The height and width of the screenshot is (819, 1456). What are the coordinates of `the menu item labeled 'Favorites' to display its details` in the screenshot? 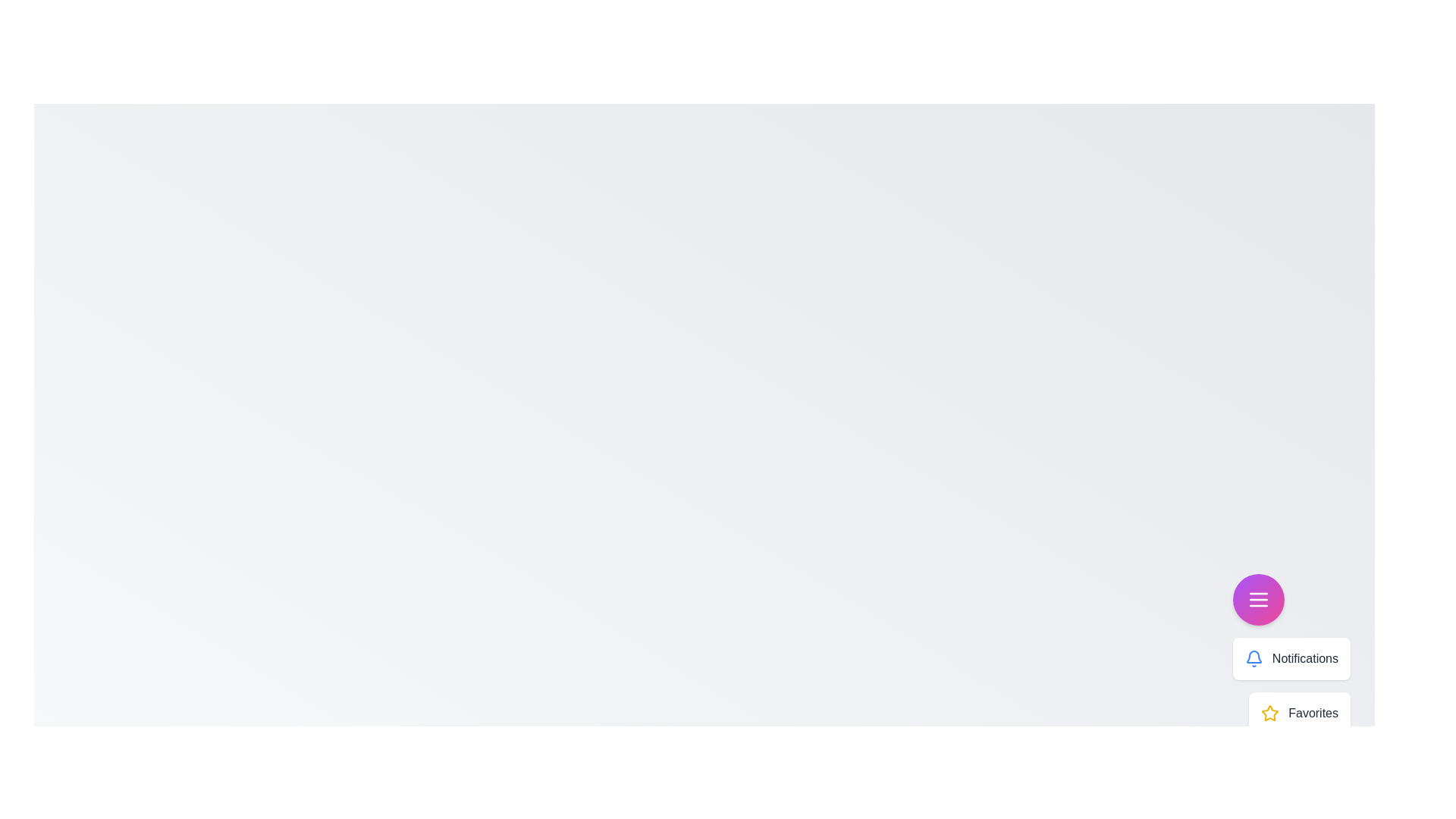 It's located at (1299, 714).